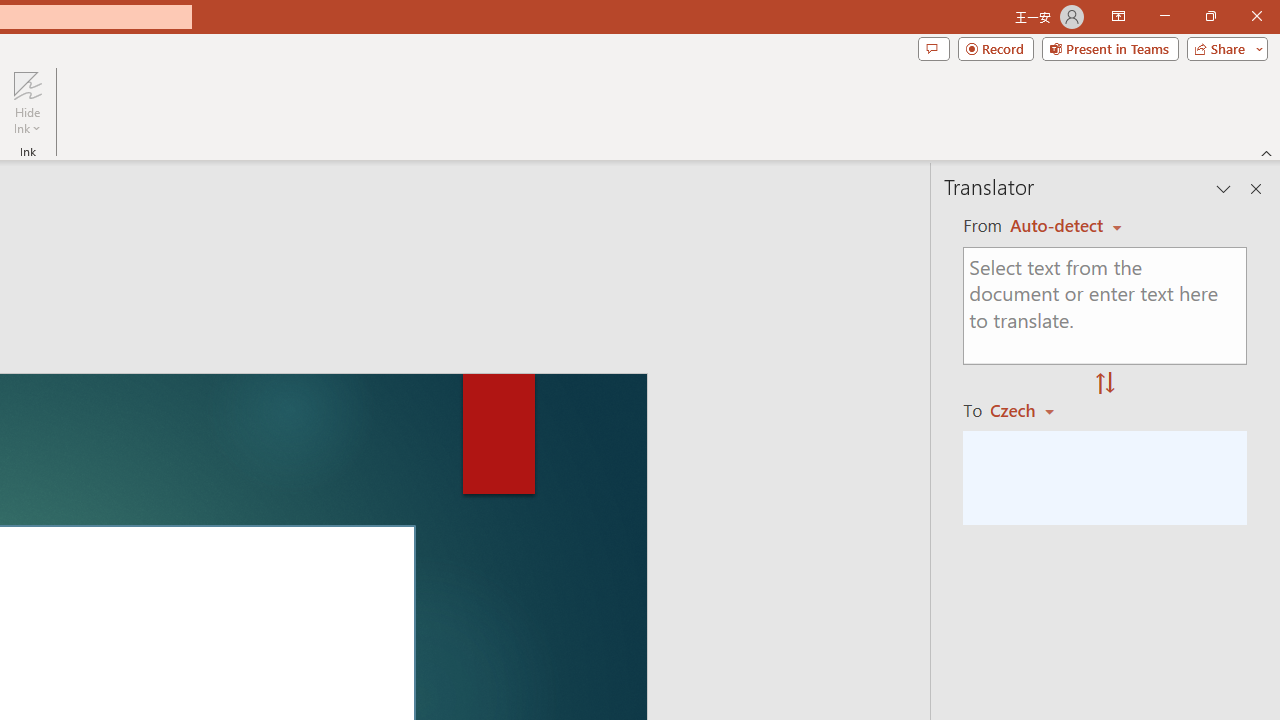 This screenshot has height=720, width=1280. I want to click on 'Close pane', so click(1255, 189).